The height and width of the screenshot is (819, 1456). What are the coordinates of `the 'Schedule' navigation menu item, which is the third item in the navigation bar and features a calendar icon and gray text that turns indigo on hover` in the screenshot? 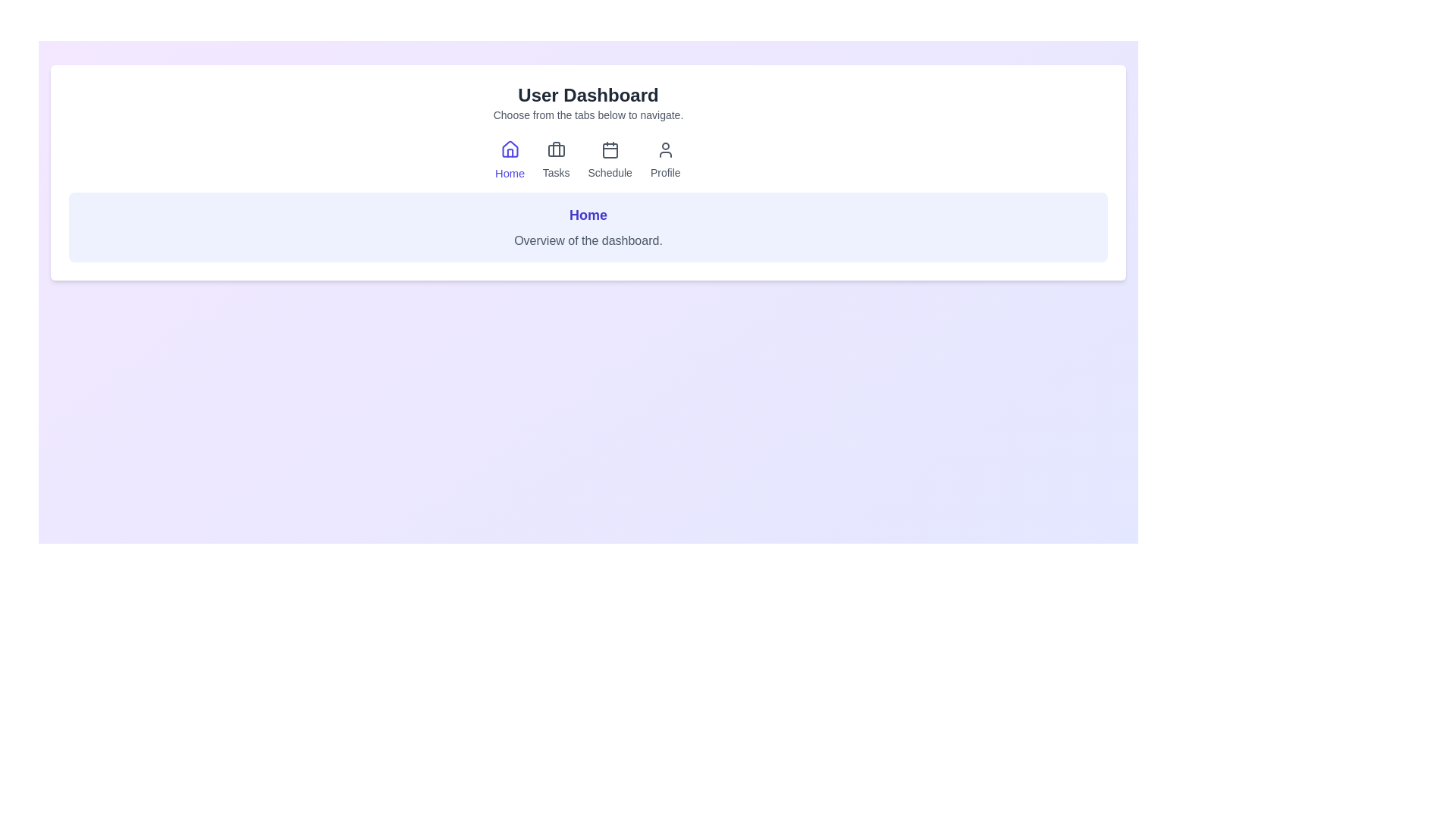 It's located at (610, 161).